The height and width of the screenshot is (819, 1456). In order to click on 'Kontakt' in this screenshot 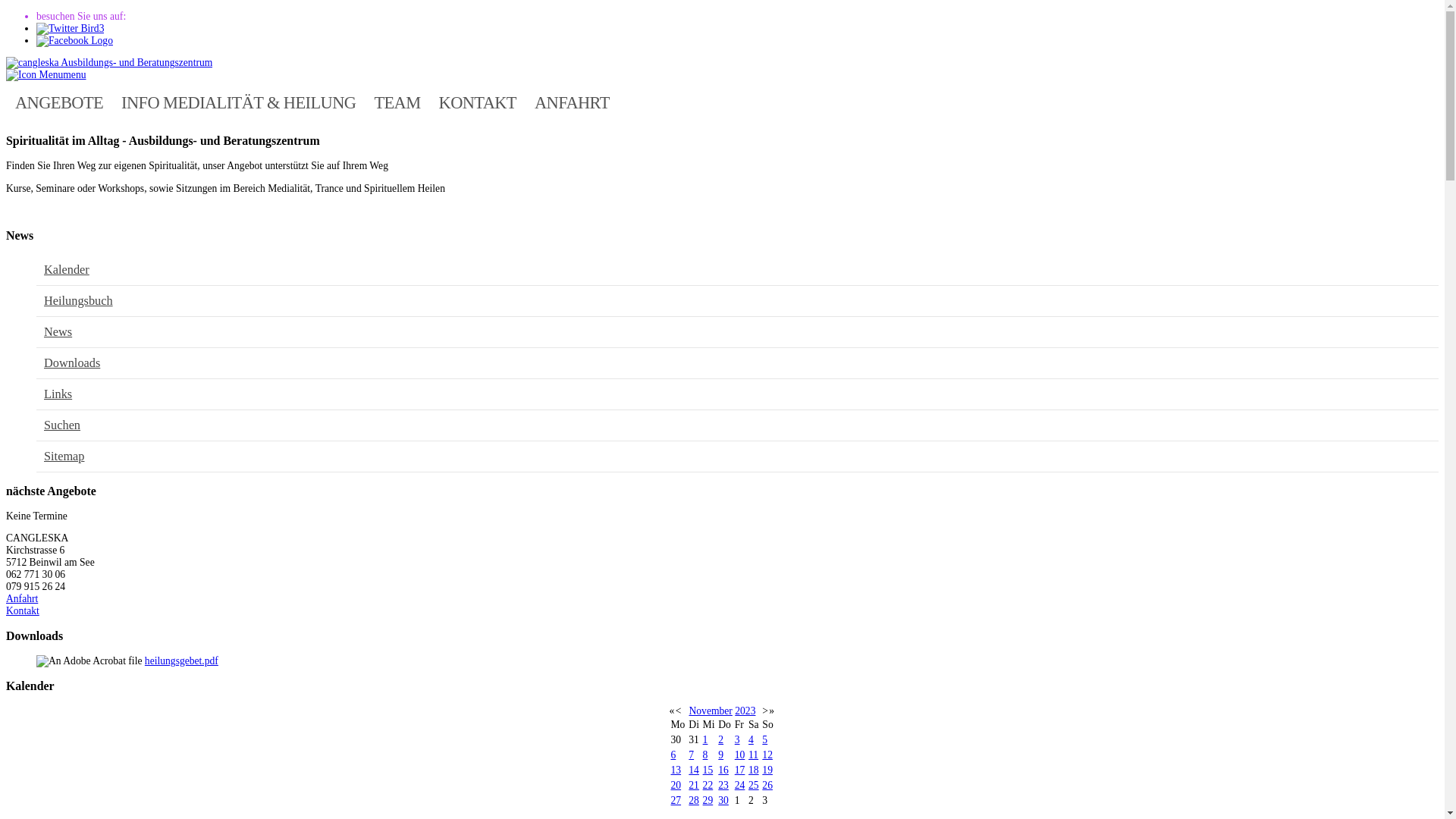, I will do `click(22, 610)`.